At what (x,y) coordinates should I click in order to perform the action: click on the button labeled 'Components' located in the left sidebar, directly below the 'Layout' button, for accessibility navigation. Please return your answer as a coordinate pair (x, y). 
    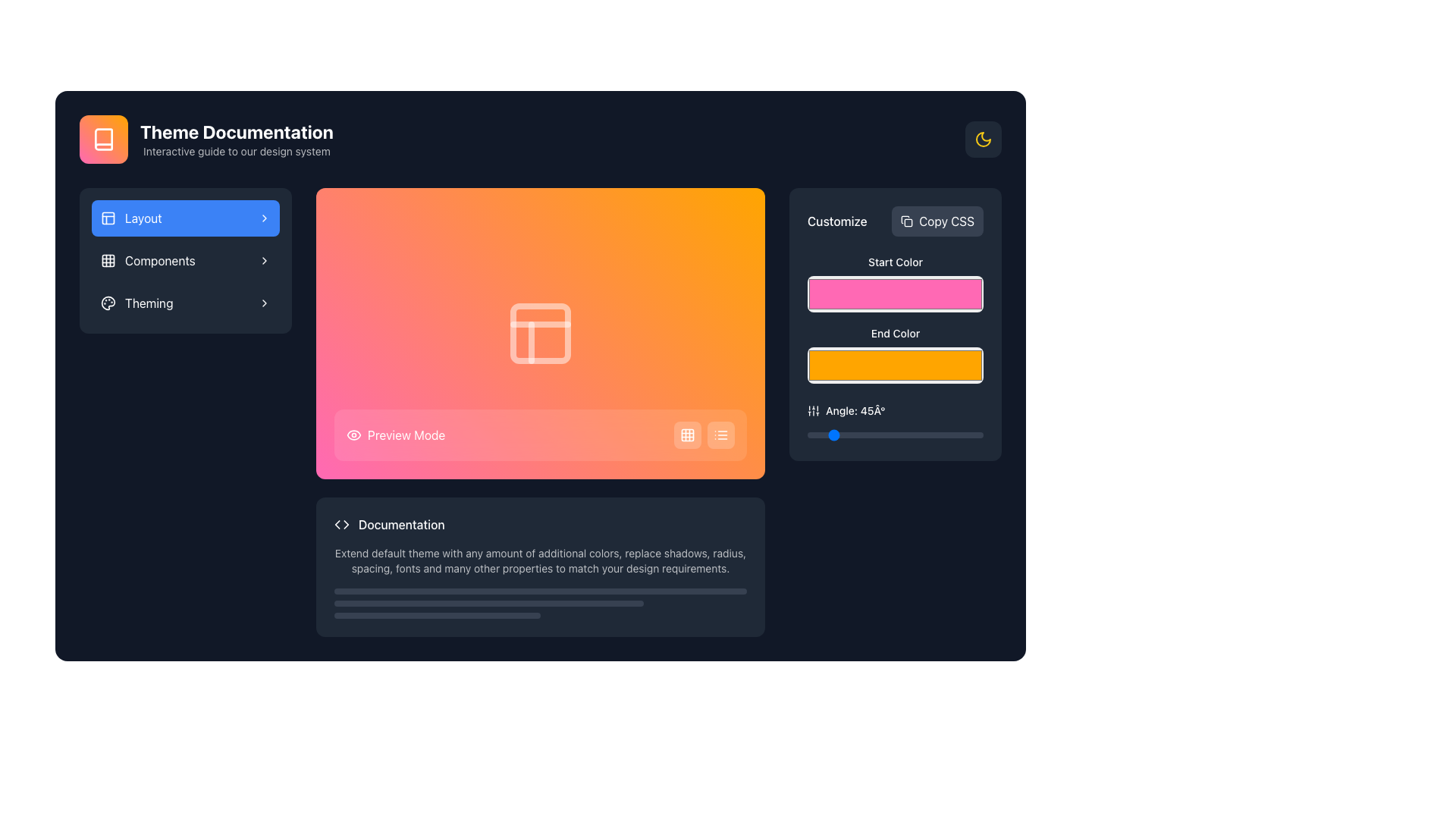
    Looking at the image, I should click on (184, 259).